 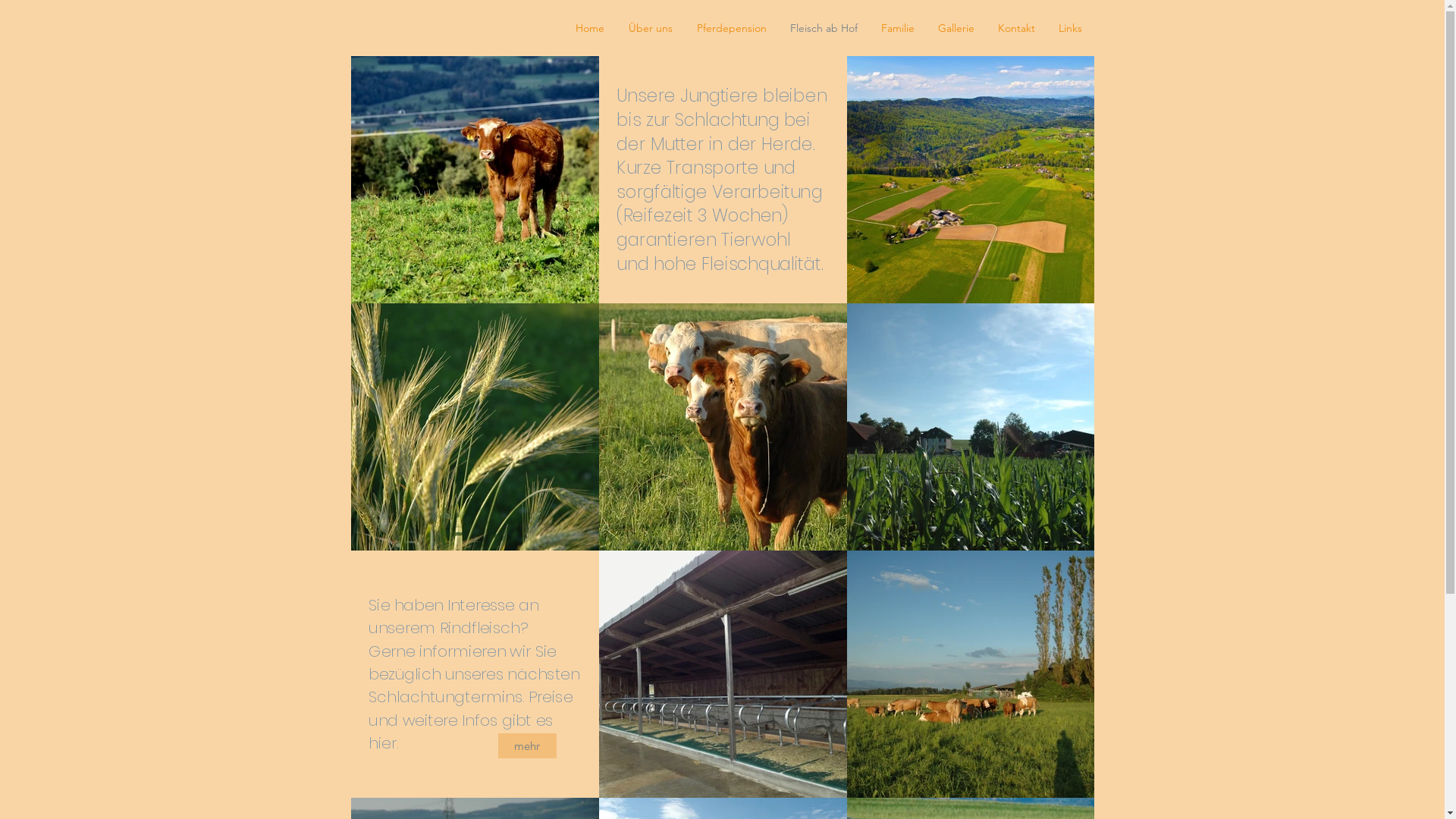 I want to click on 'Pferdepension', so click(x=731, y=28).